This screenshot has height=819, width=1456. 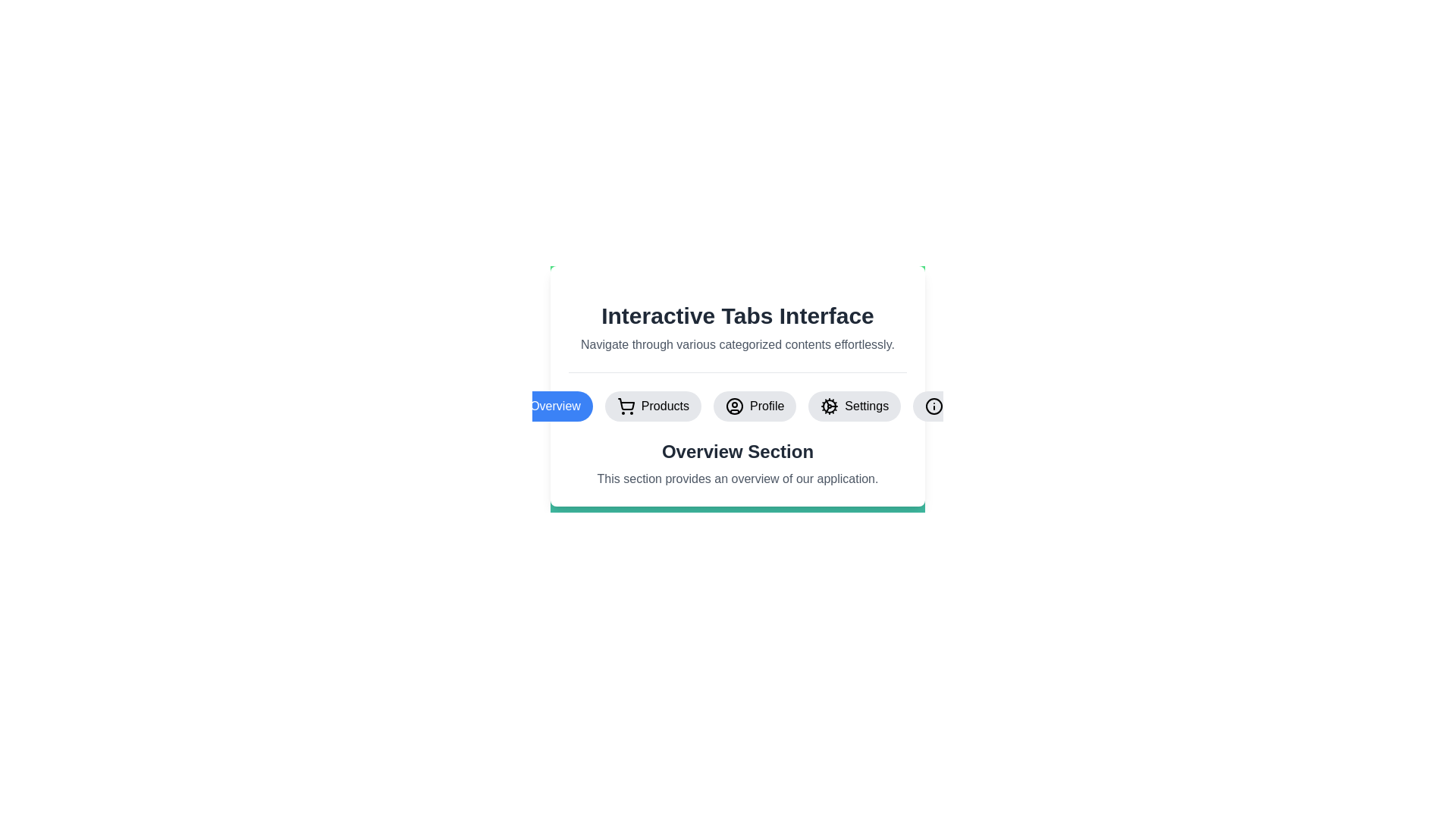 What do you see at coordinates (626, 406) in the screenshot?
I see `the shopping cart icon located next to the 'Products' label in the navigation tabs` at bounding box center [626, 406].